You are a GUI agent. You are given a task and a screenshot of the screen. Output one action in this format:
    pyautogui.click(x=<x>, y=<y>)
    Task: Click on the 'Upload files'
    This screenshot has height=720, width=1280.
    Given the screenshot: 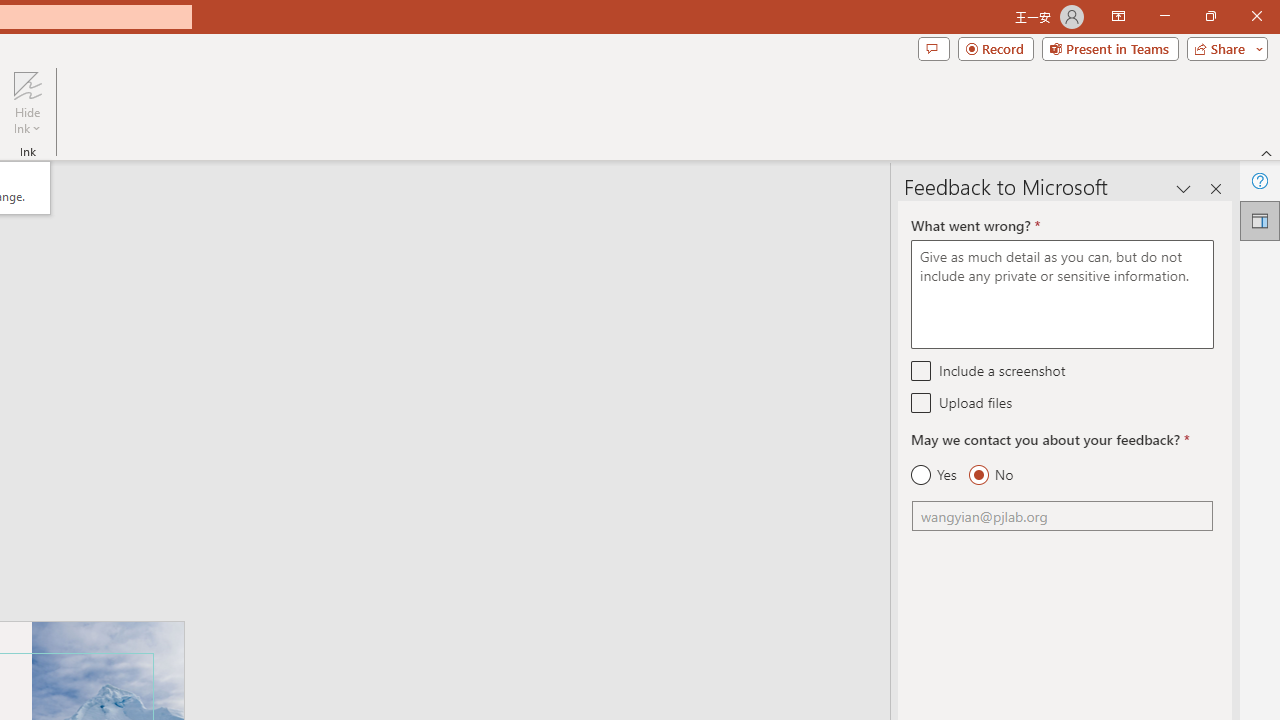 What is the action you would take?
    pyautogui.click(x=920, y=402)
    